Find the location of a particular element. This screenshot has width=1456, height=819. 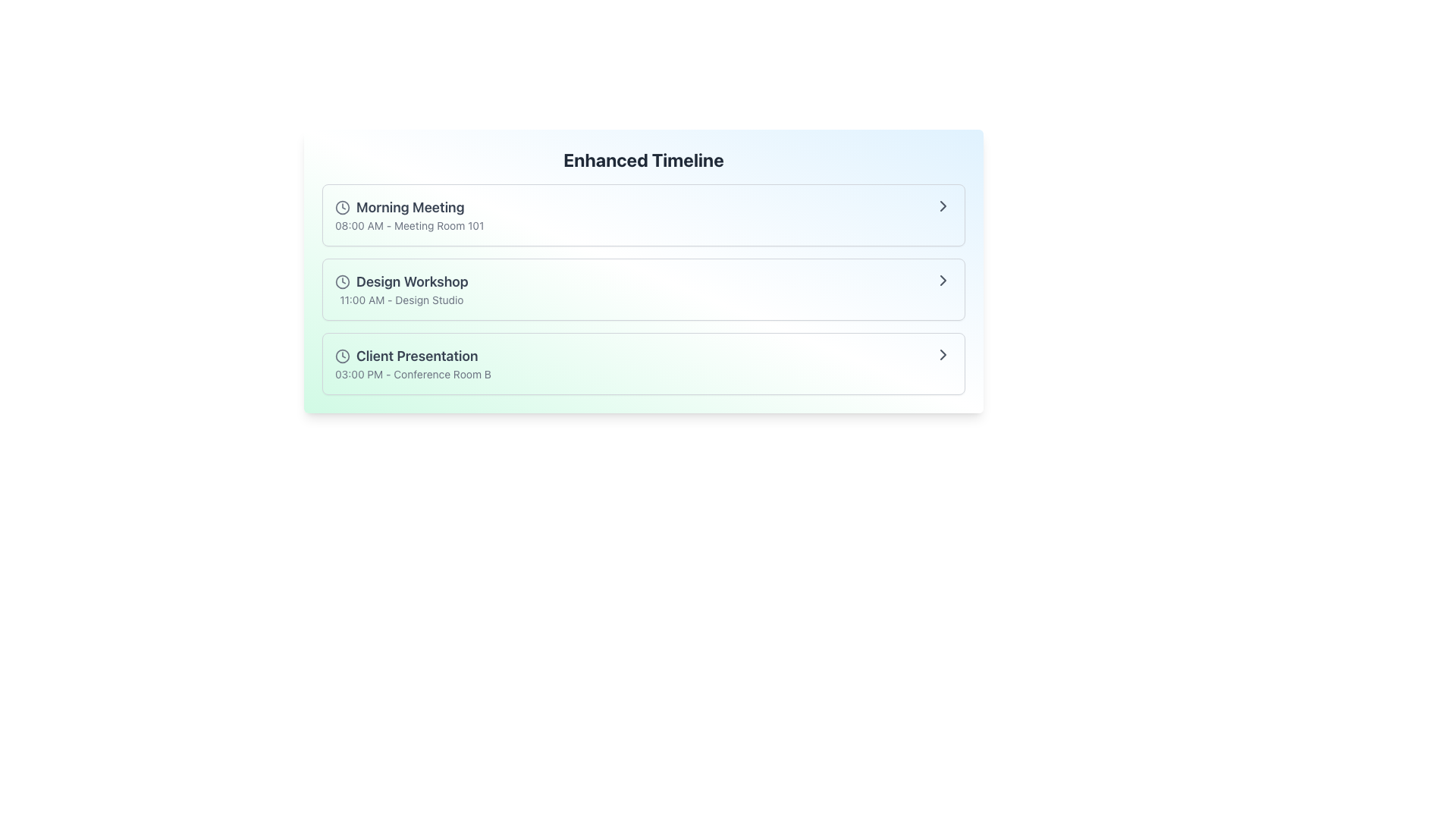

the circular component of the clock icon associated with the 'Design Workshop' event, located before the title in the middle row of the timeline interface is located at coordinates (341, 281).